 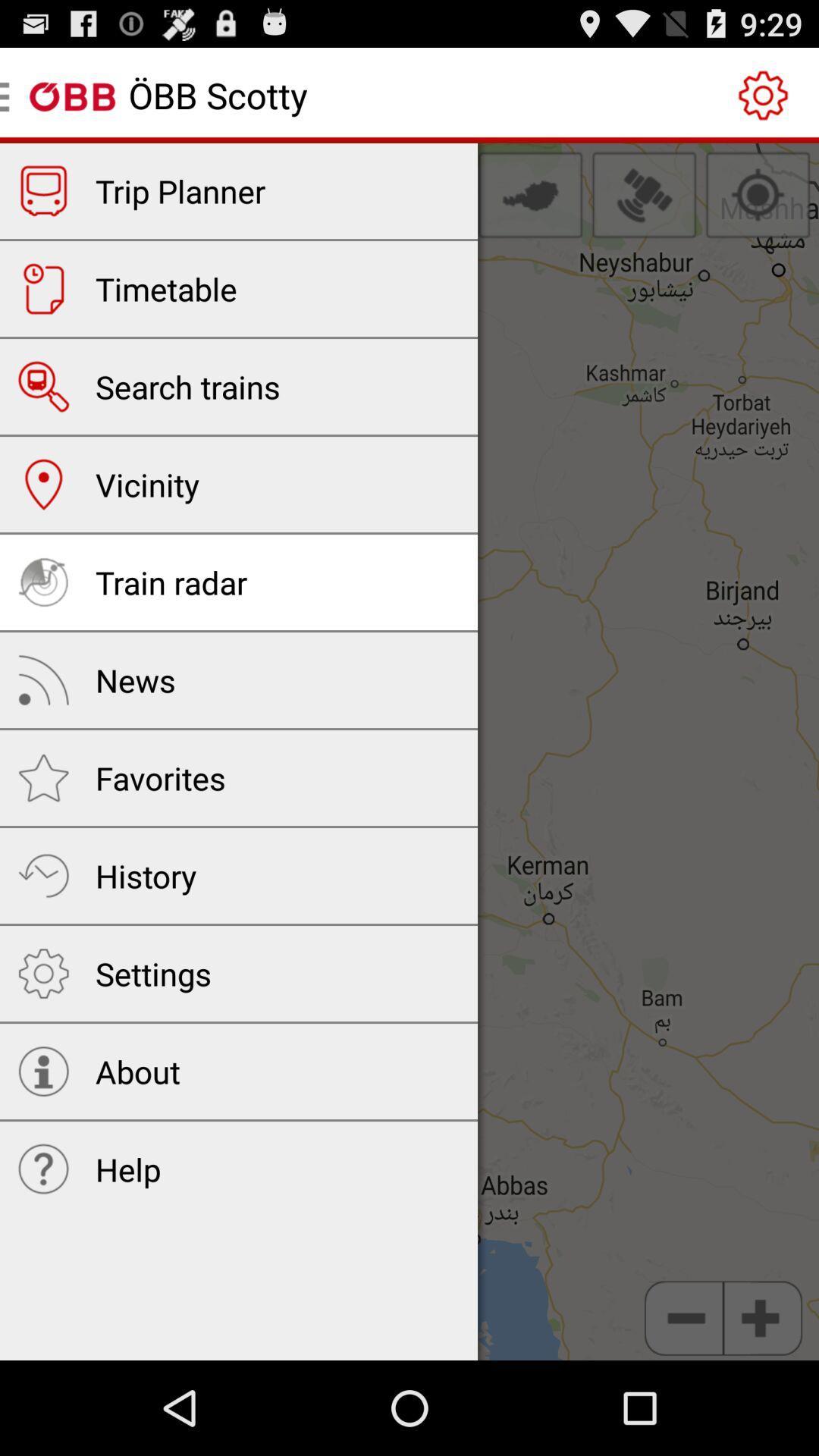 What do you see at coordinates (409, 752) in the screenshot?
I see `the icon at the center` at bounding box center [409, 752].